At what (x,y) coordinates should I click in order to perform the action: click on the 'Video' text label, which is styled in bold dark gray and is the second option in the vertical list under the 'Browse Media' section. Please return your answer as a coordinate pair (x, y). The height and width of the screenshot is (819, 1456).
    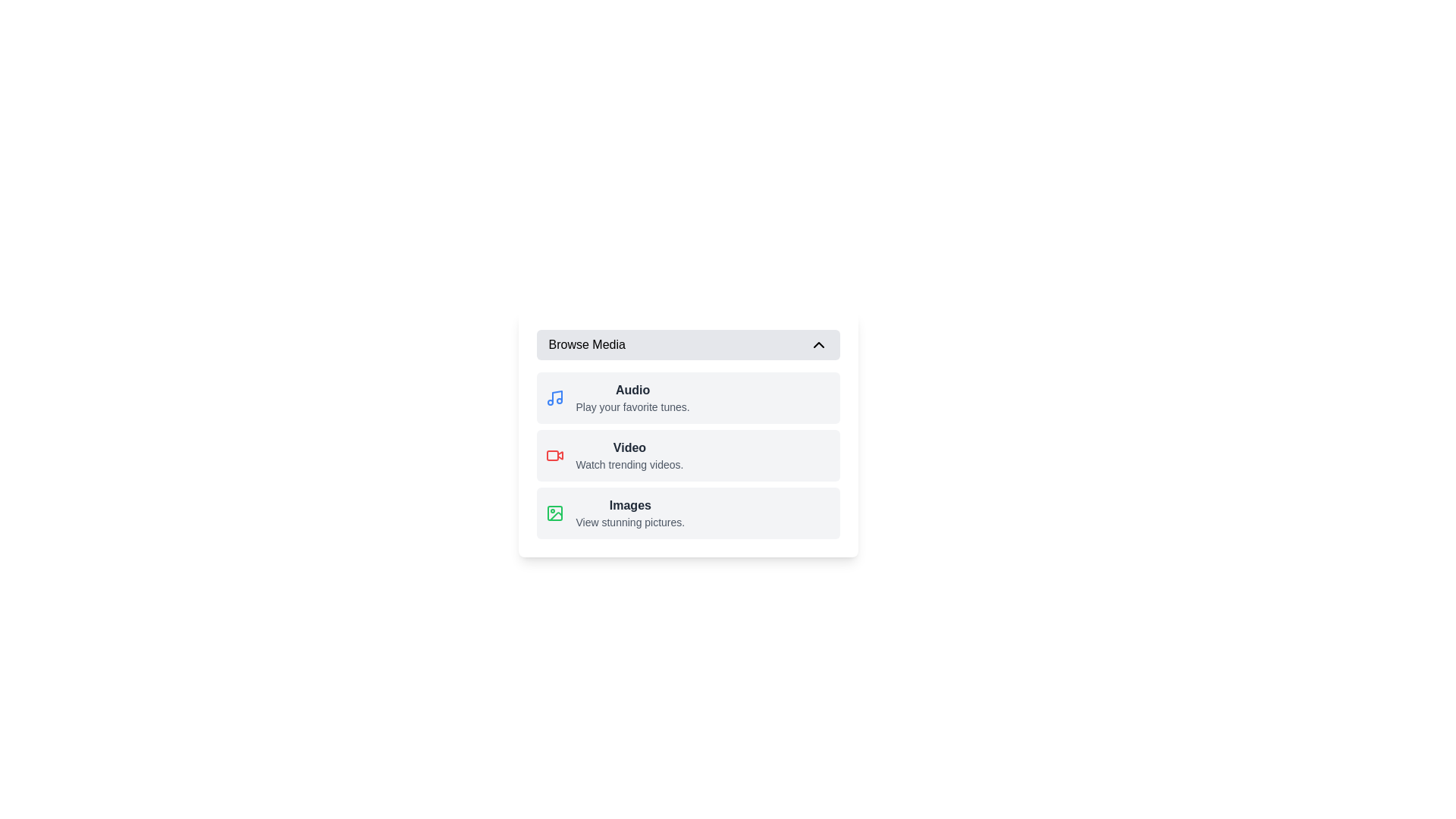
    Looking at the image, I should click on (629, 447).